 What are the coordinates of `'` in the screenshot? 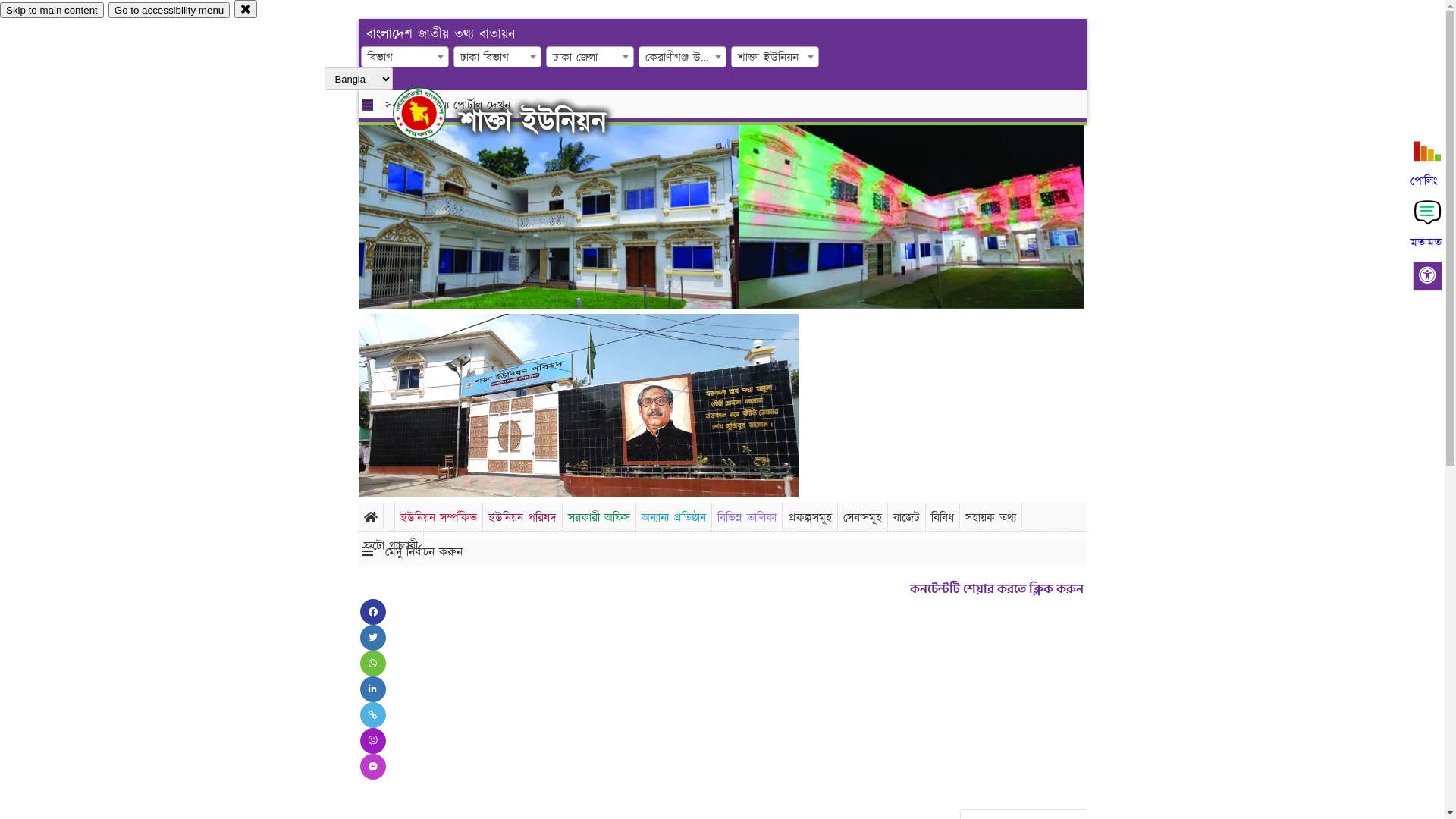 It's located at (431, 112).